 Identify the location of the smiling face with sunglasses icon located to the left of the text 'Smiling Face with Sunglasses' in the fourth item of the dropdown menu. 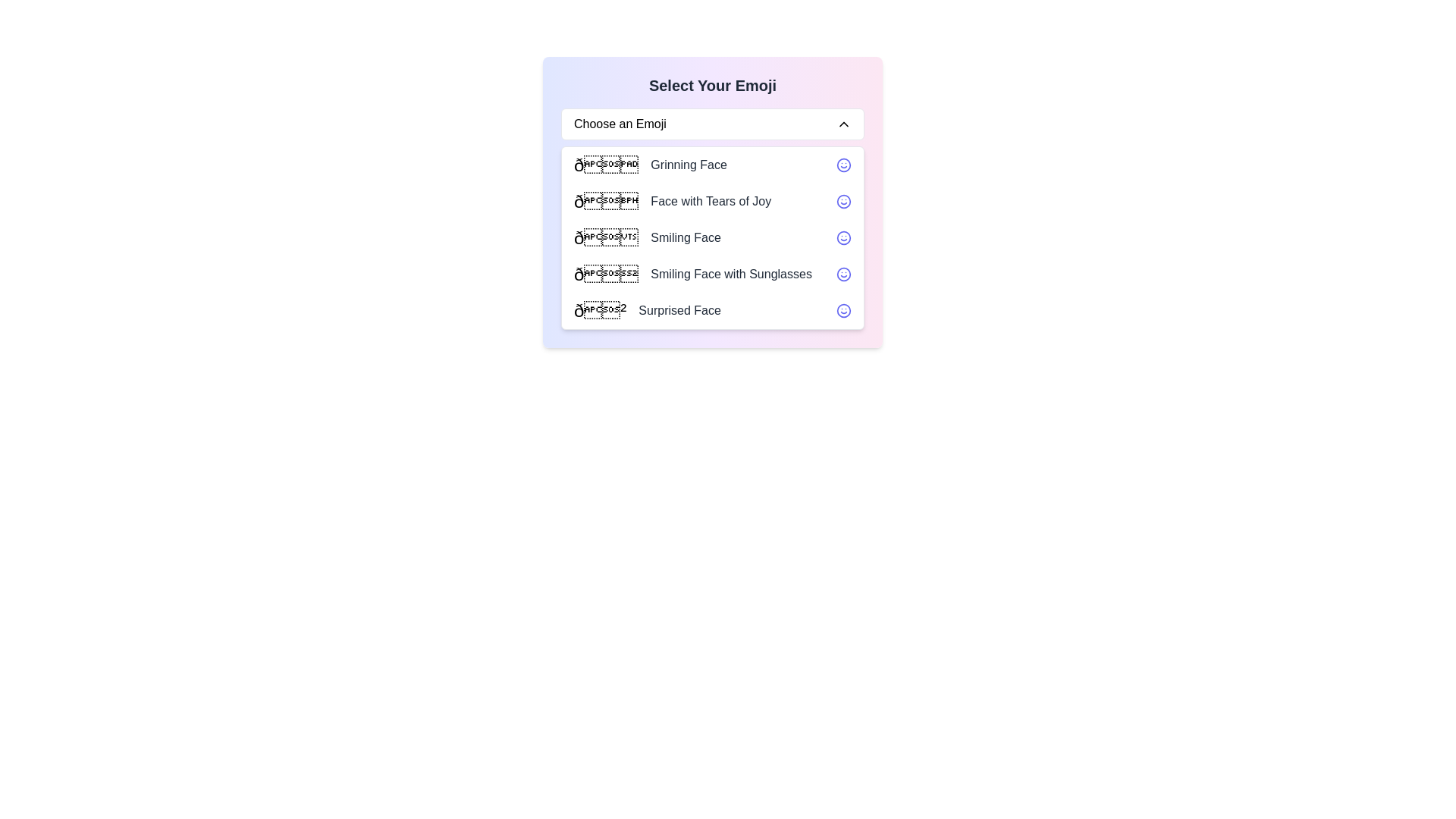
(605, 275).